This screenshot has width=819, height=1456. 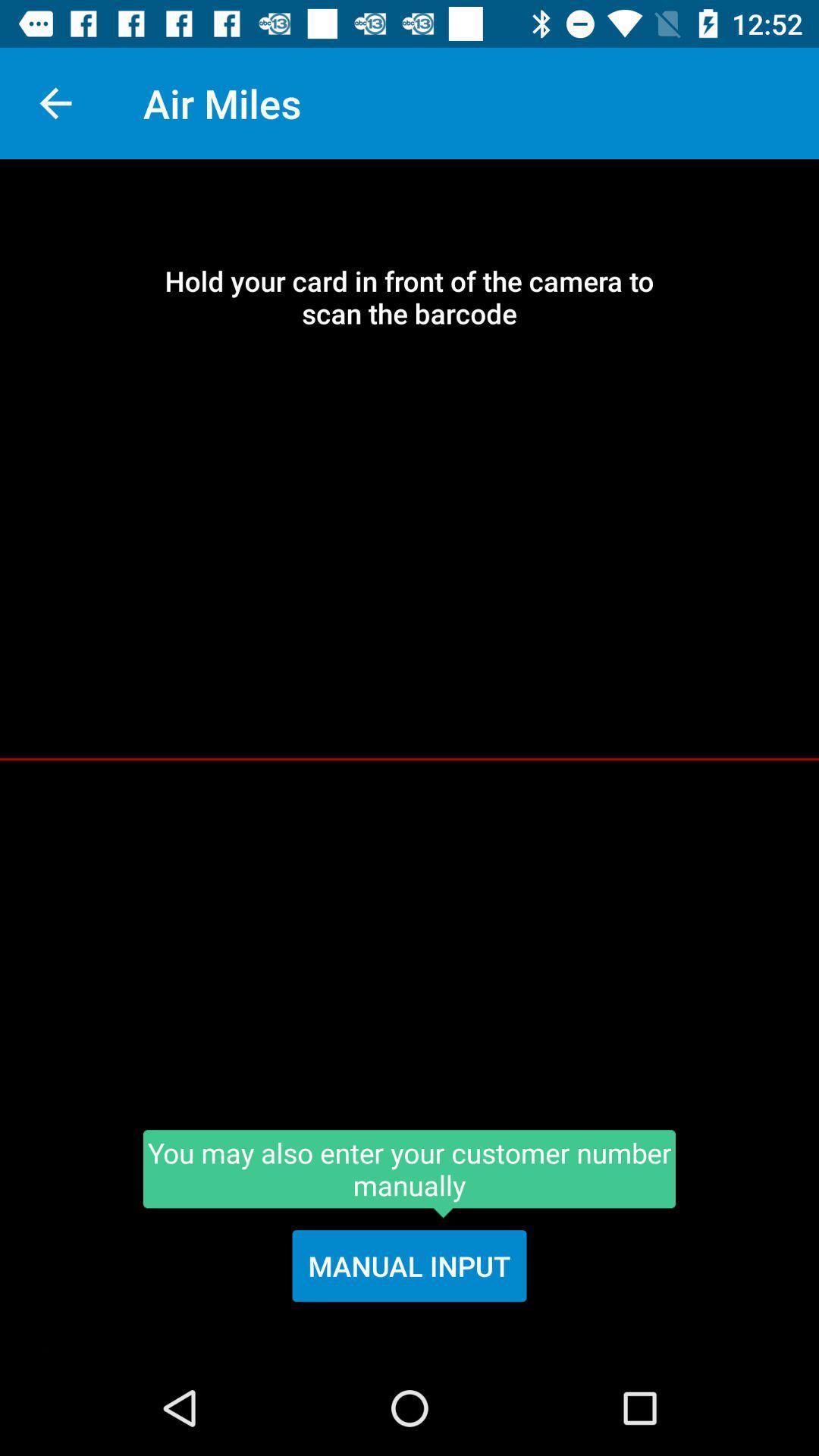 What do you see at coordinates (409, 1266) in the screenshot?
I see `the manual input` at bounding box center [409, 1266].